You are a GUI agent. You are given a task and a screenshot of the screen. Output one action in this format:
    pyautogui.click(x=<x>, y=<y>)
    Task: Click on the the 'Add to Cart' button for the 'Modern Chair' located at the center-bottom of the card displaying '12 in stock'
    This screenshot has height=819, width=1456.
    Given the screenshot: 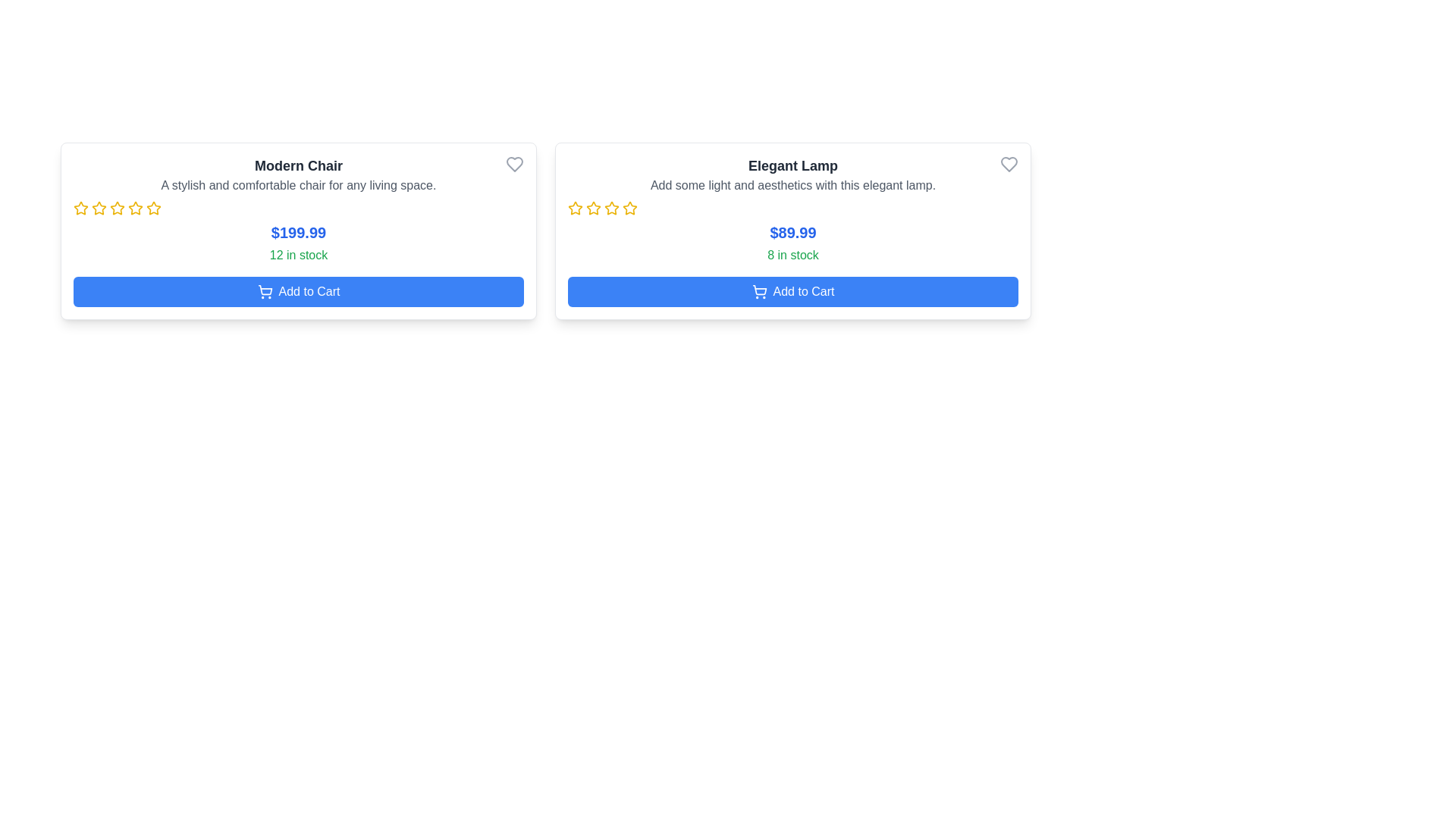 What is the action you would take?
    pyautogui.click(x=298, y=292)
    